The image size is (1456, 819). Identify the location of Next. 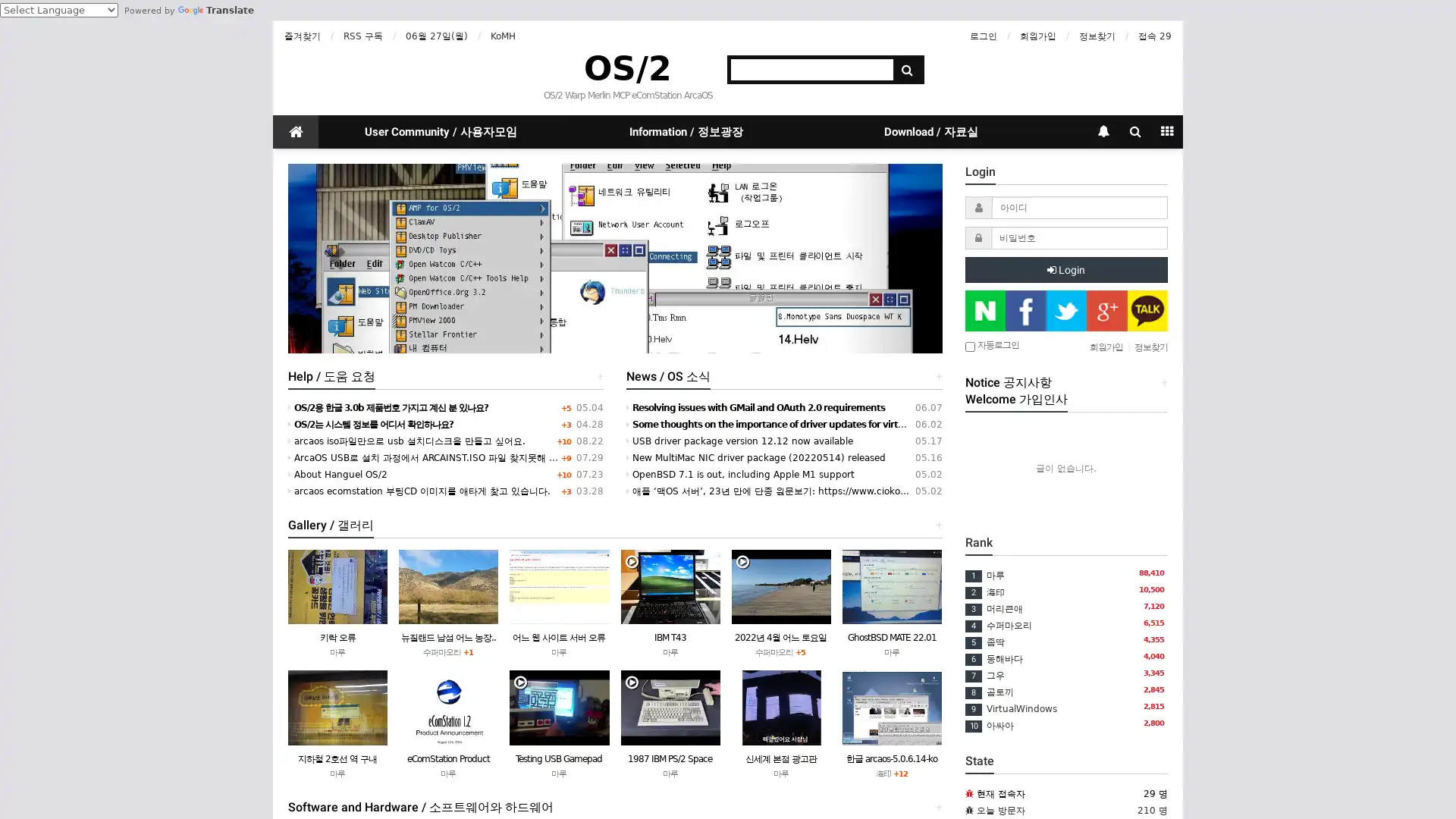
(893, 257).